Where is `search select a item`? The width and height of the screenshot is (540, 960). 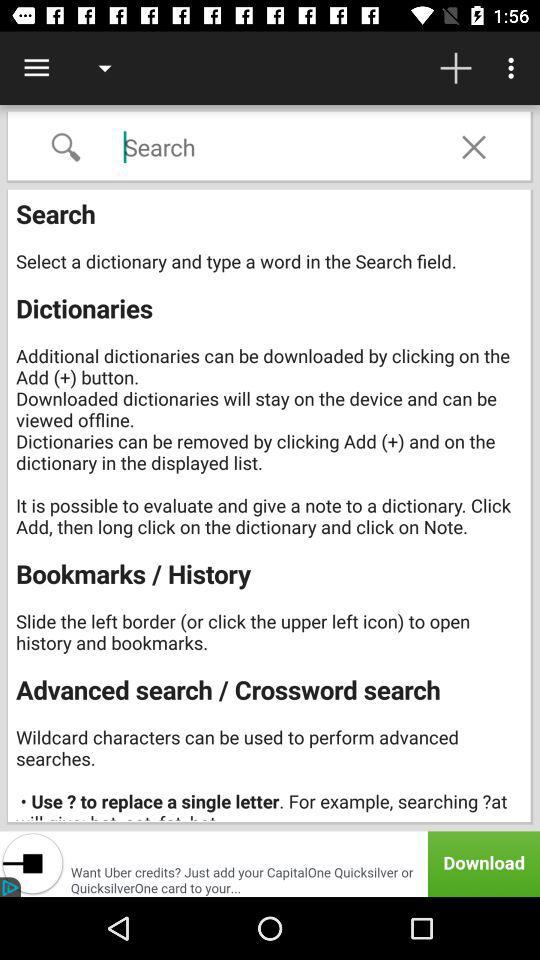 search select a item is located at coordinates (270, 506).